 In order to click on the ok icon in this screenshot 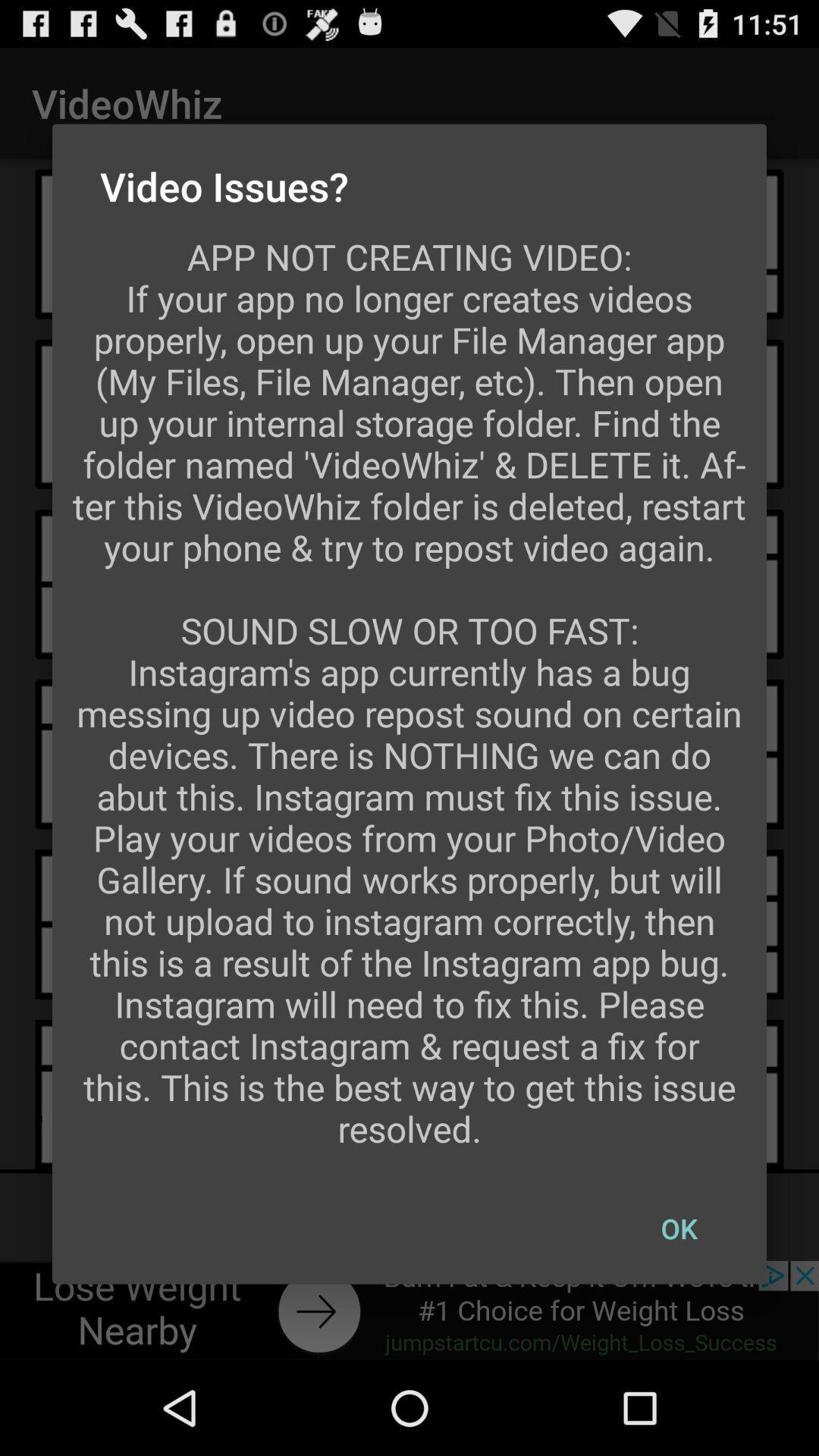, I will do `click(678, 1228)`.